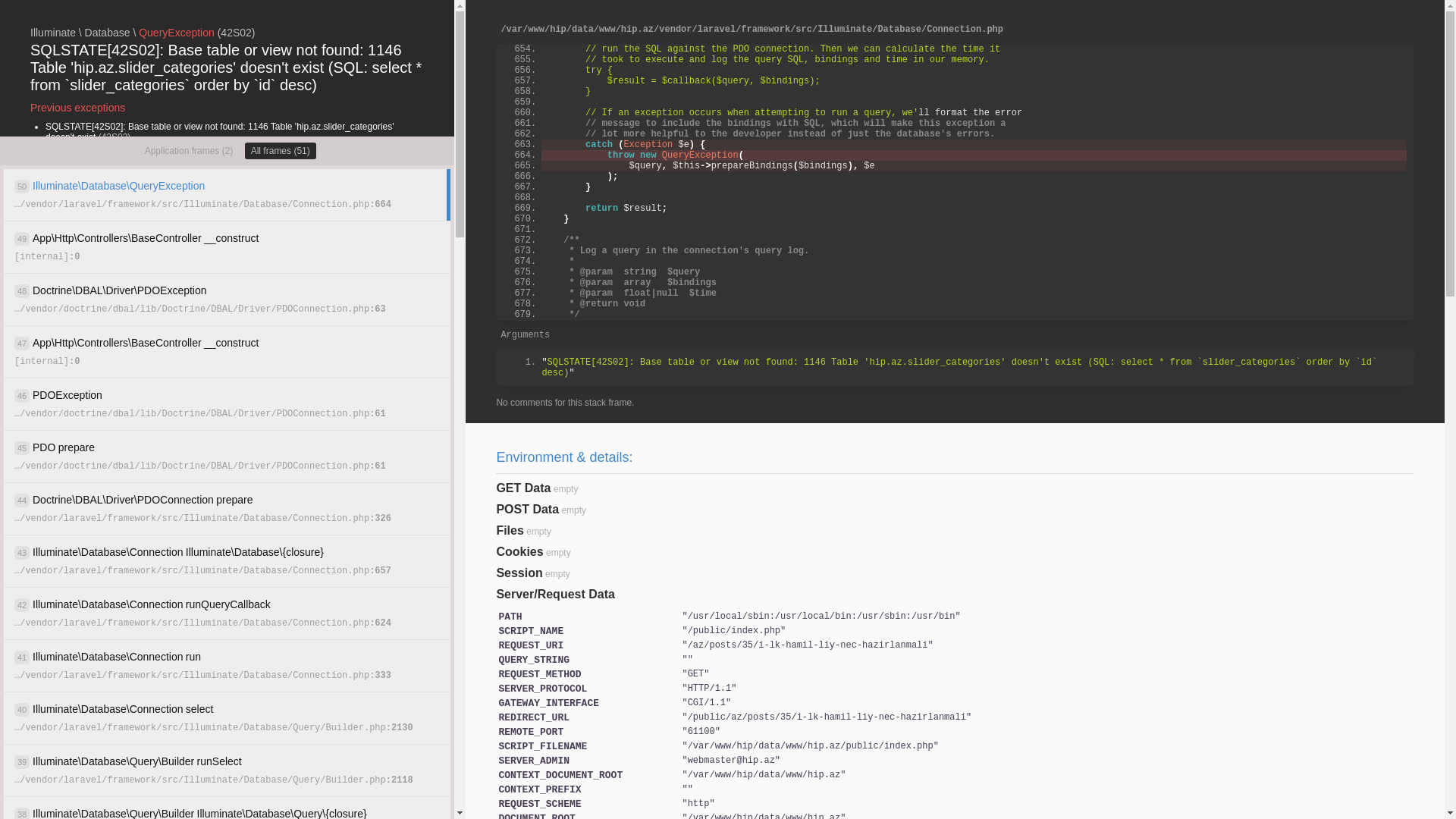 The image size is (1456, 819). Describe the element at coordinates (244, 151) in the screenshot. I see `'All frames (51)'` at that location.